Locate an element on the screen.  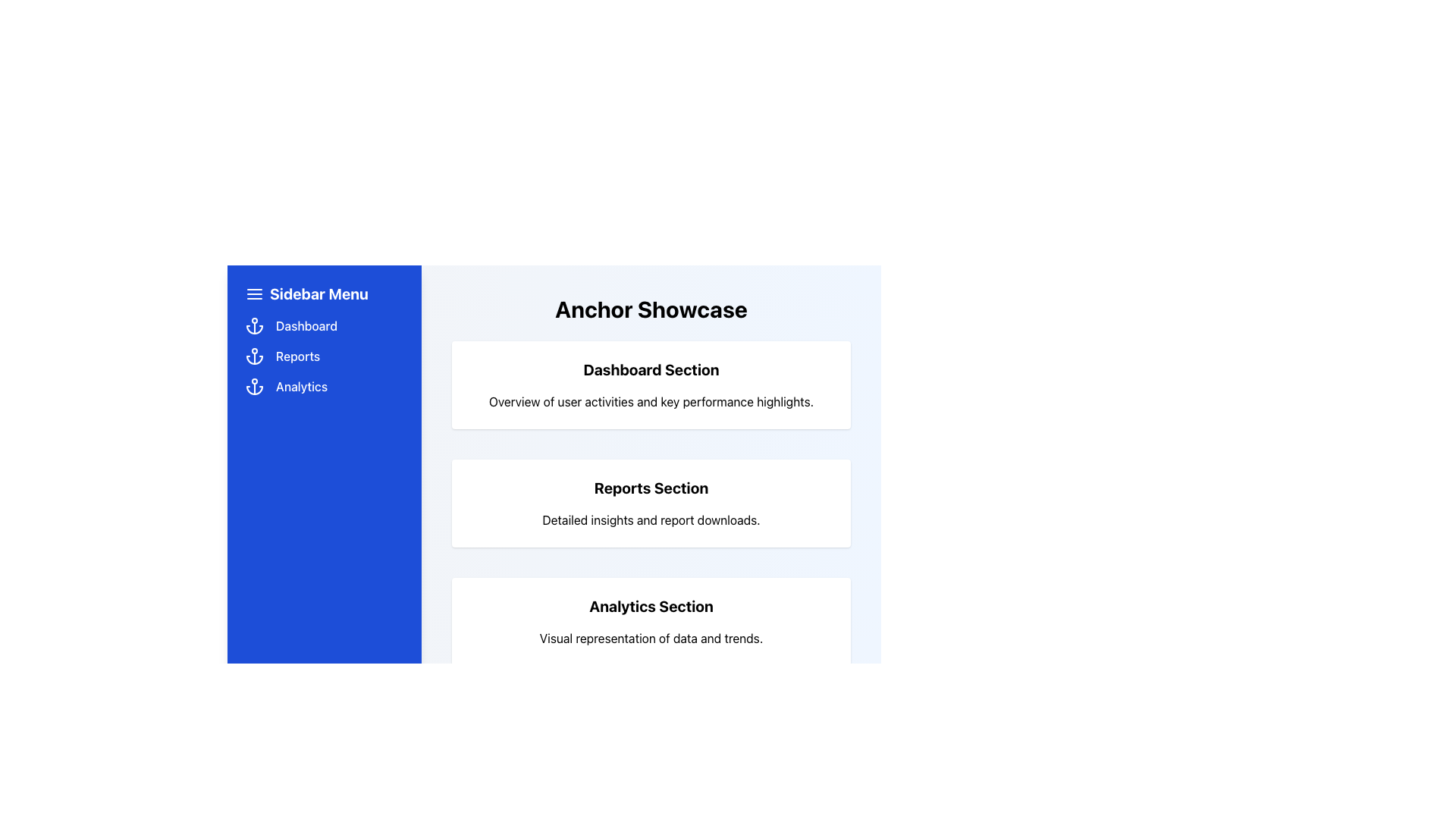
the text label containing the message 'Visual representation of data and trends.' which is positioned directly below the 'Analytics Section' heading is located at coordinates (651, 638).